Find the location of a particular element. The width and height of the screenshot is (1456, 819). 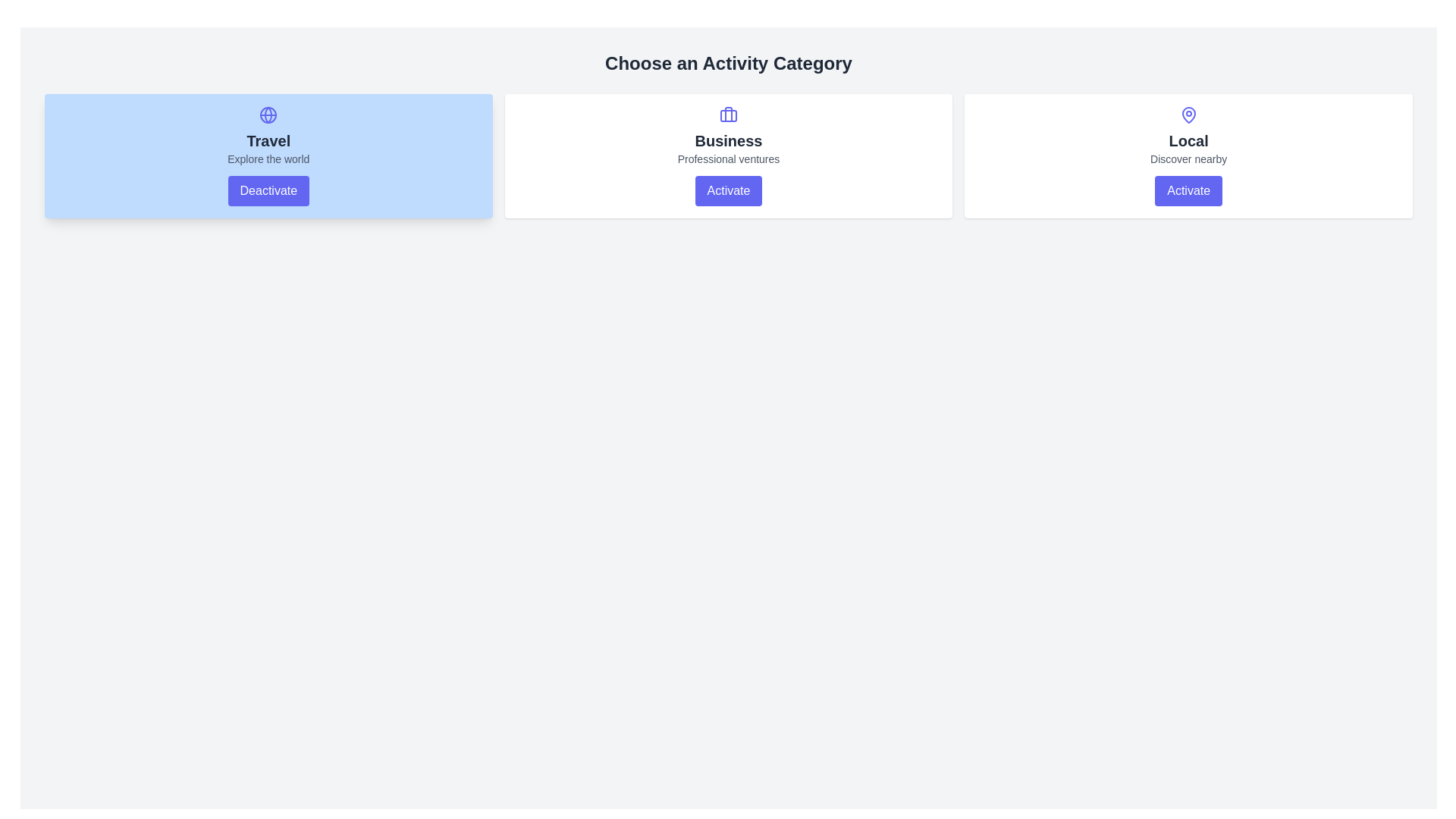

the 'Business' category icon located in the second card from the left, positioned above the text label 'Business' is located at coordinates (728, 114).